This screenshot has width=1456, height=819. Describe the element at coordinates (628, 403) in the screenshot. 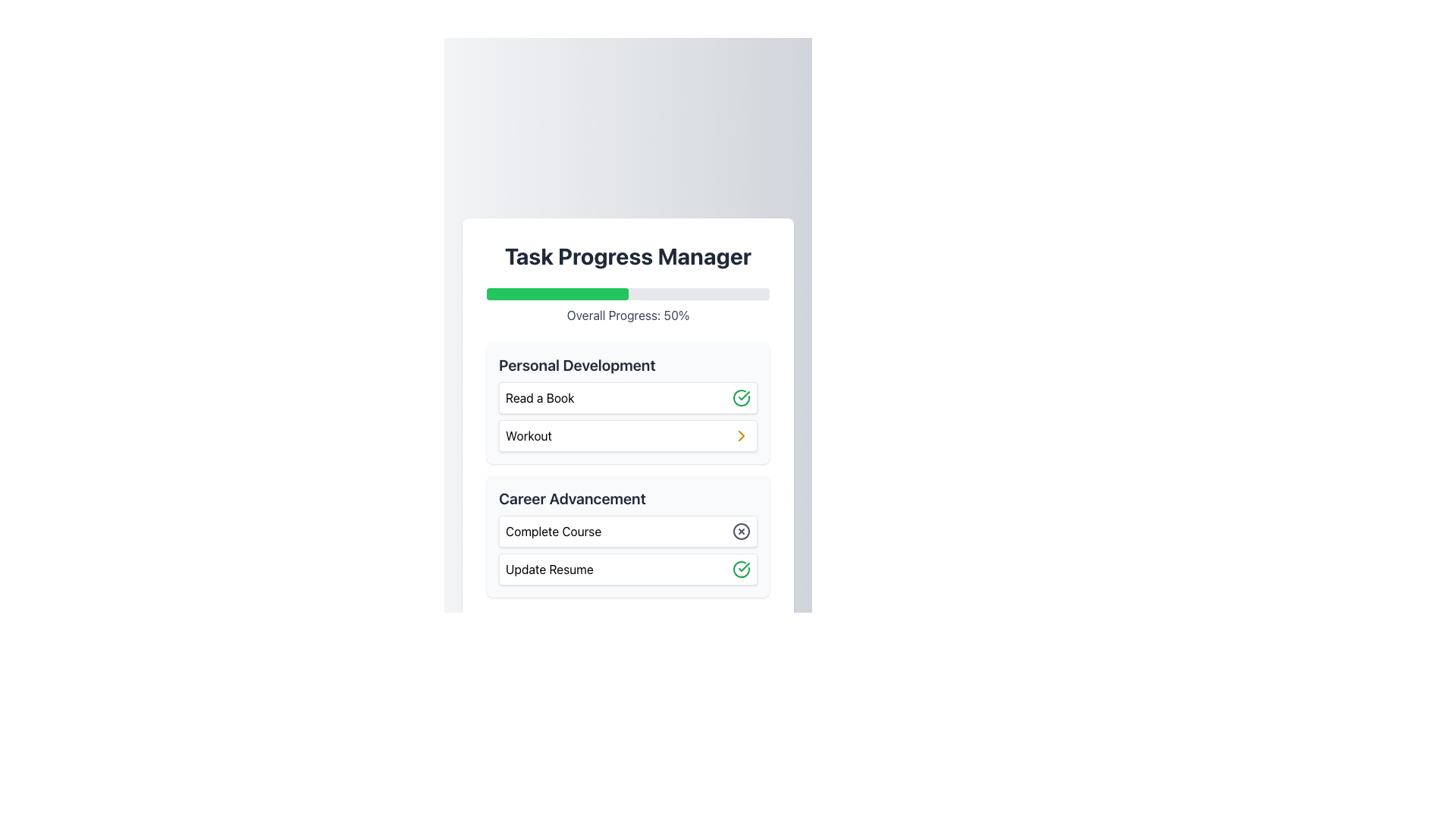

I see `the task section under 'Task Progress Manager'` at that location.